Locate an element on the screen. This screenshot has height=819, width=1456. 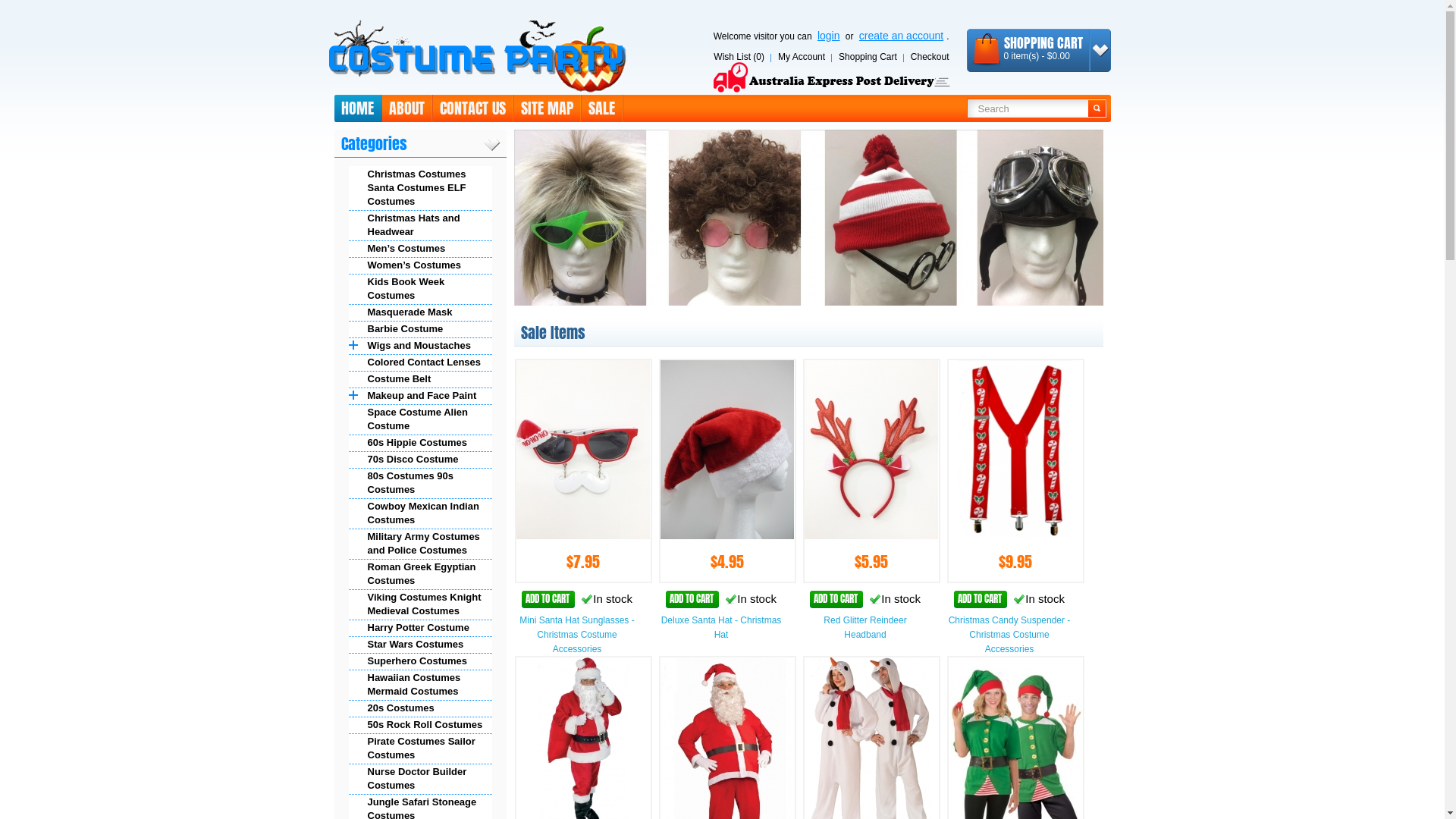
'CONTACT US' is located at coordinates (472, 107).